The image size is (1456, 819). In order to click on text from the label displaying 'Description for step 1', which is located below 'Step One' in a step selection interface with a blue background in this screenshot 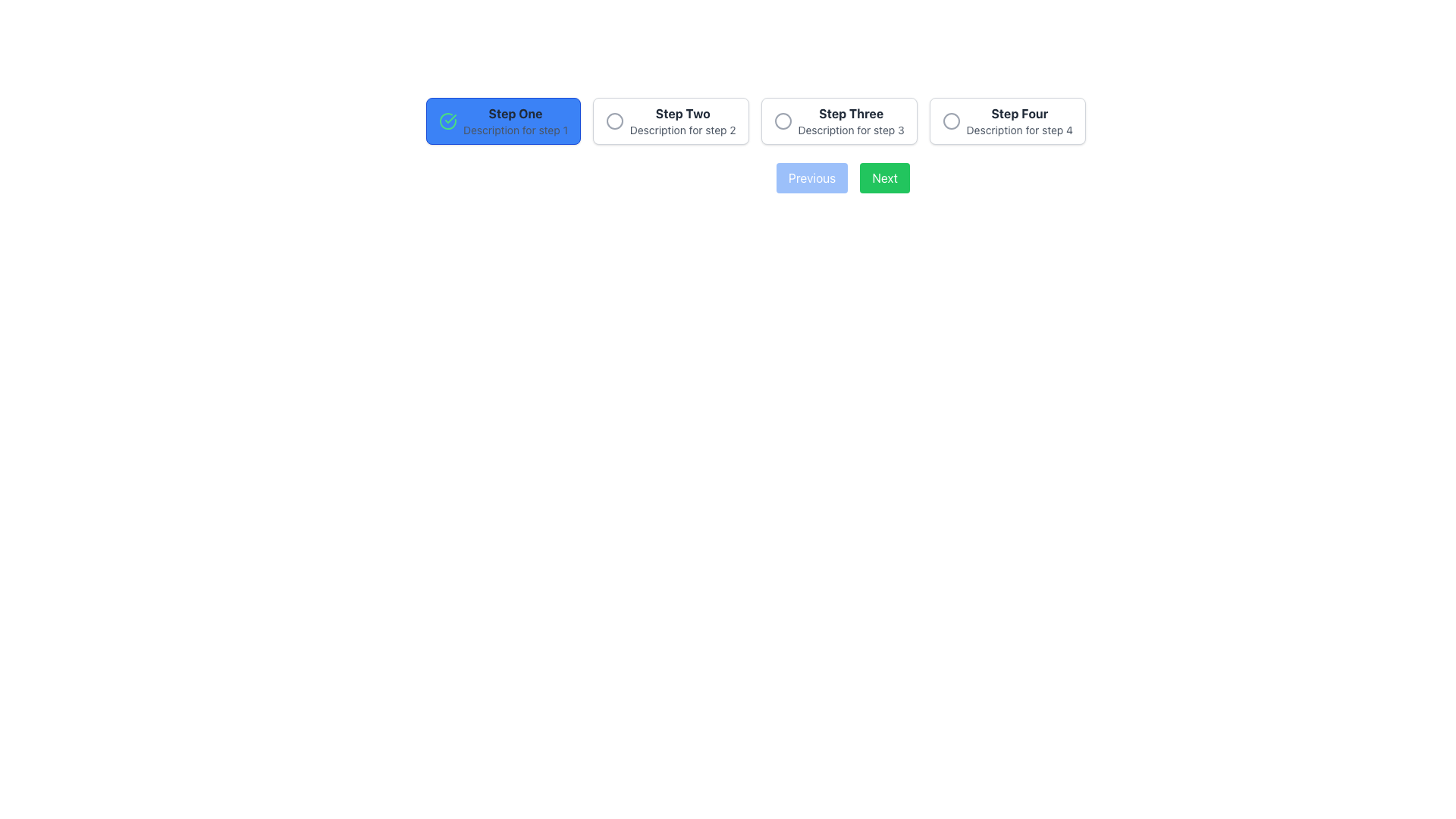, I will do `click(515, 130)`.